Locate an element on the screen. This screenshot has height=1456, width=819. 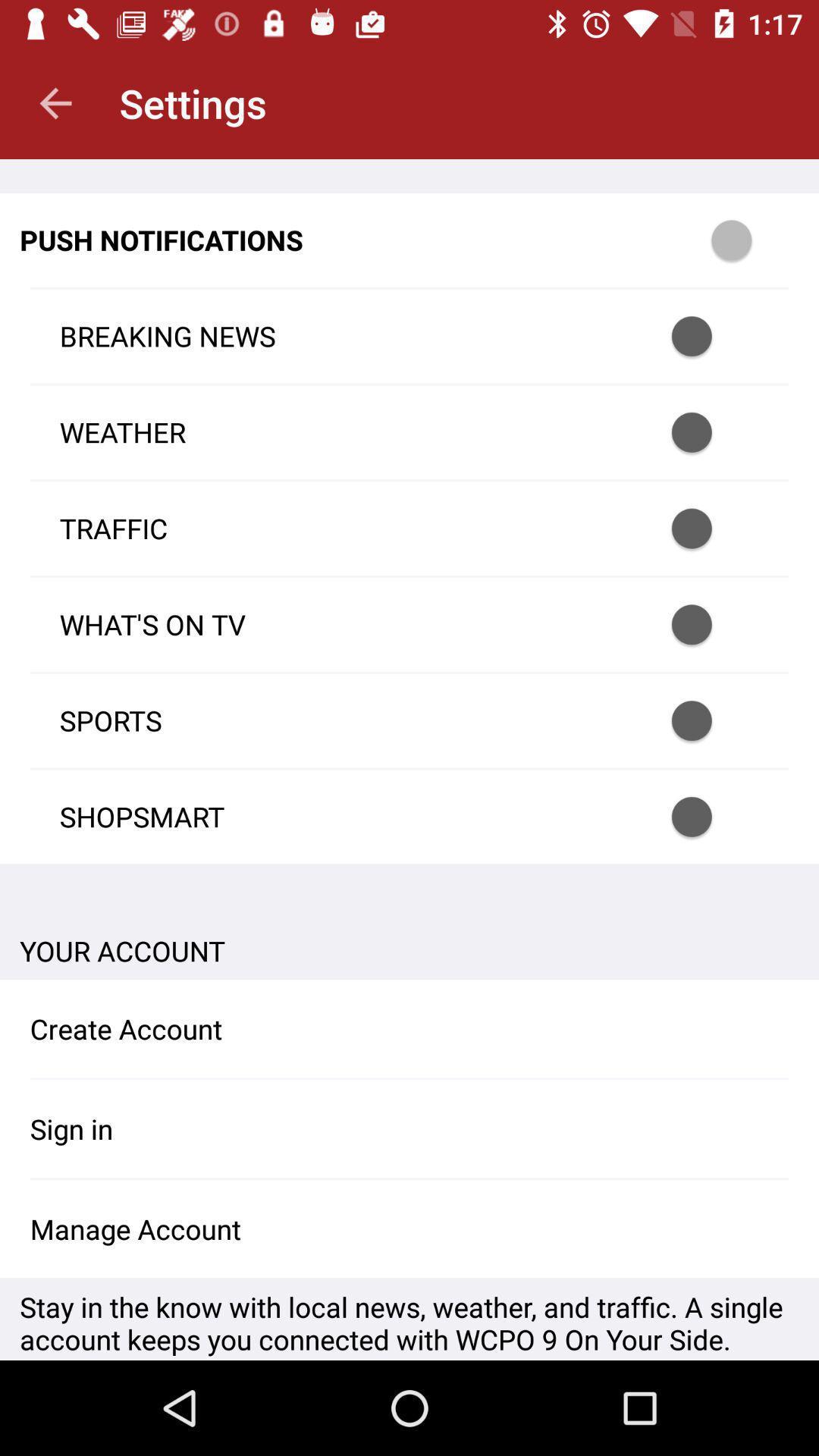
push notifications is located at coordinates (752, 239).